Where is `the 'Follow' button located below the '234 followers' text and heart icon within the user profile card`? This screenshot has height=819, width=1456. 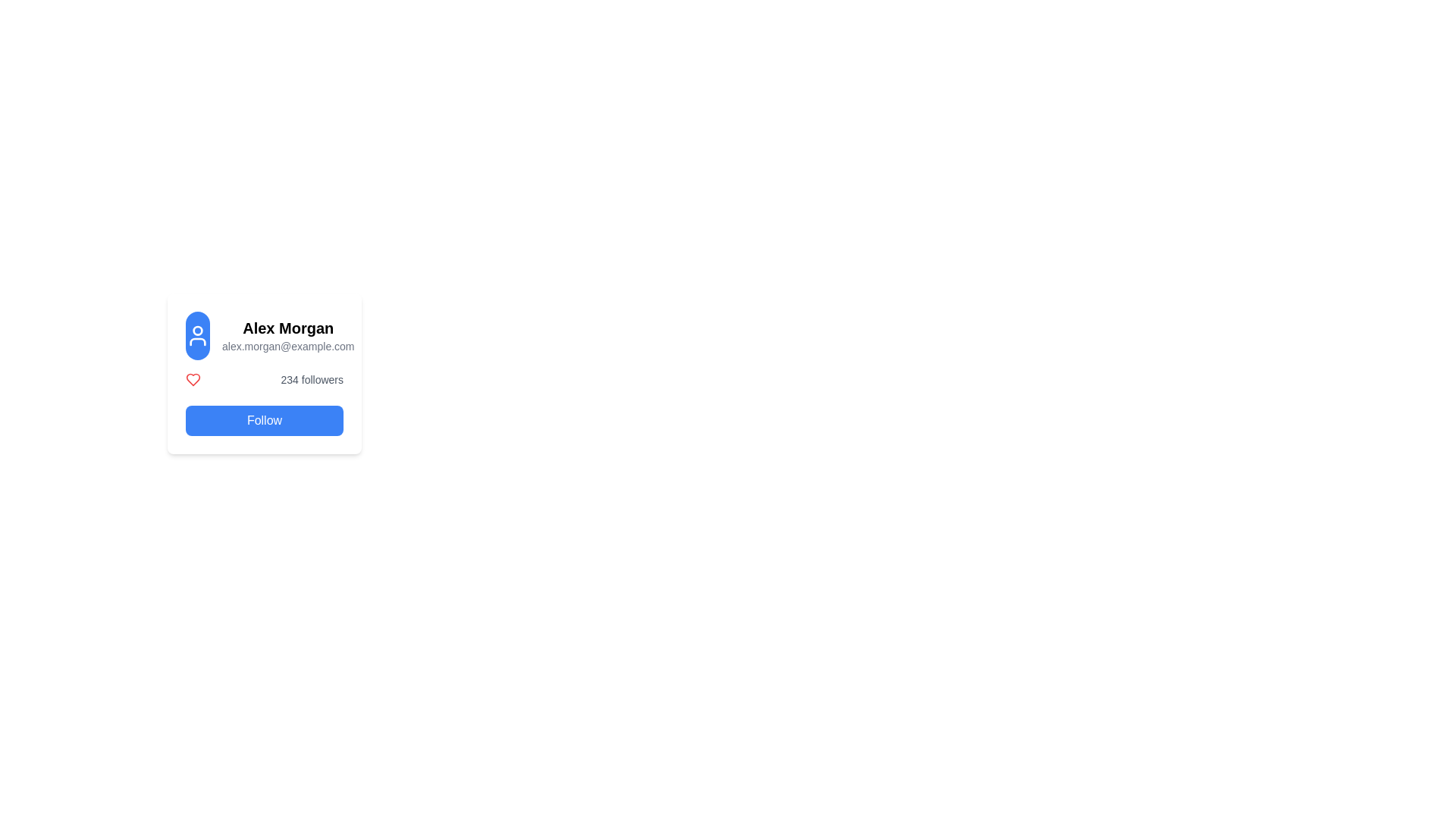 the 'Follow' button located below the '234 followers' text and heart icon within the user profile card is located at coordinates (265, 403).